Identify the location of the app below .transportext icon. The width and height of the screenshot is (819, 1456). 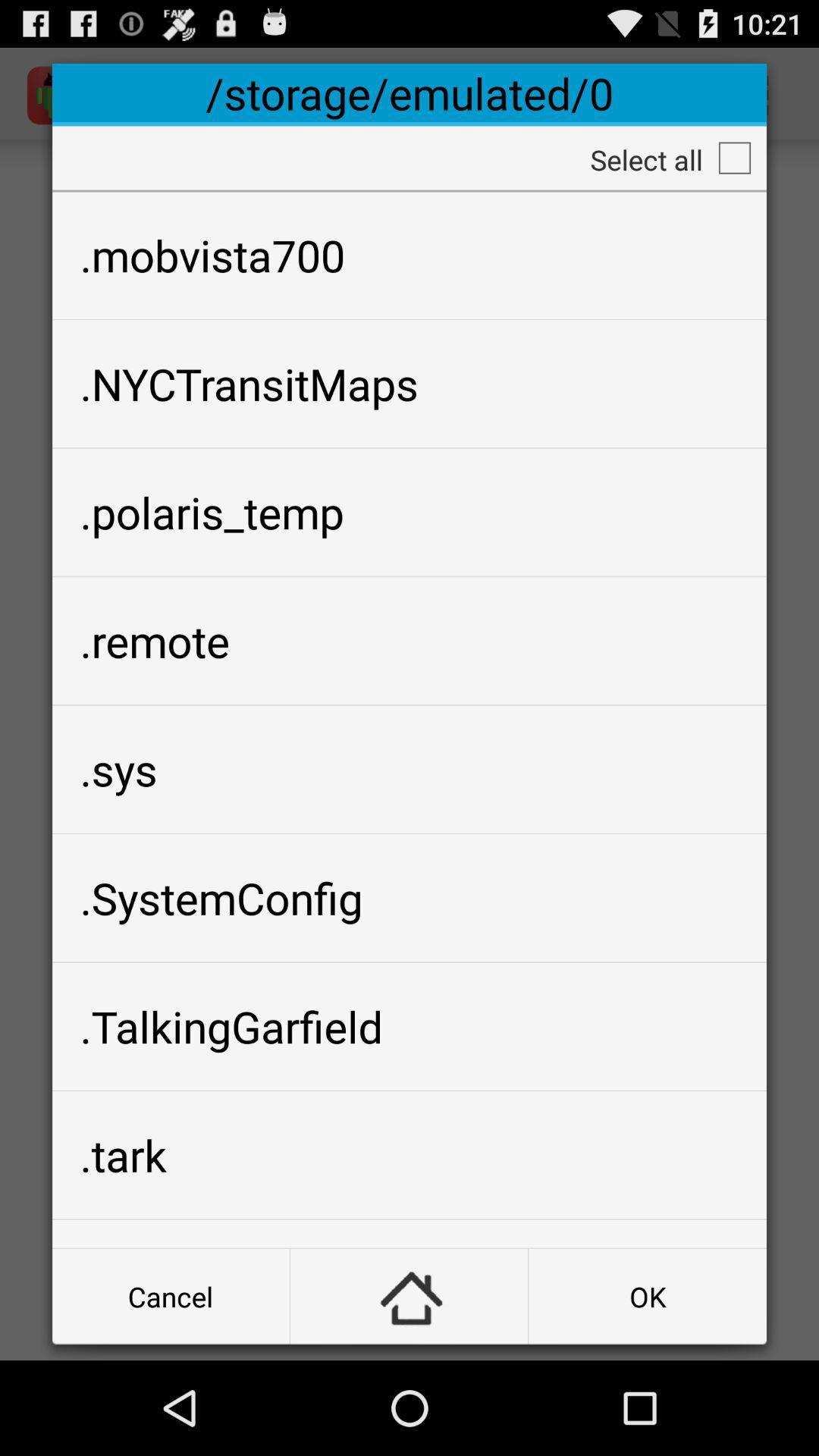
(648, 1295).